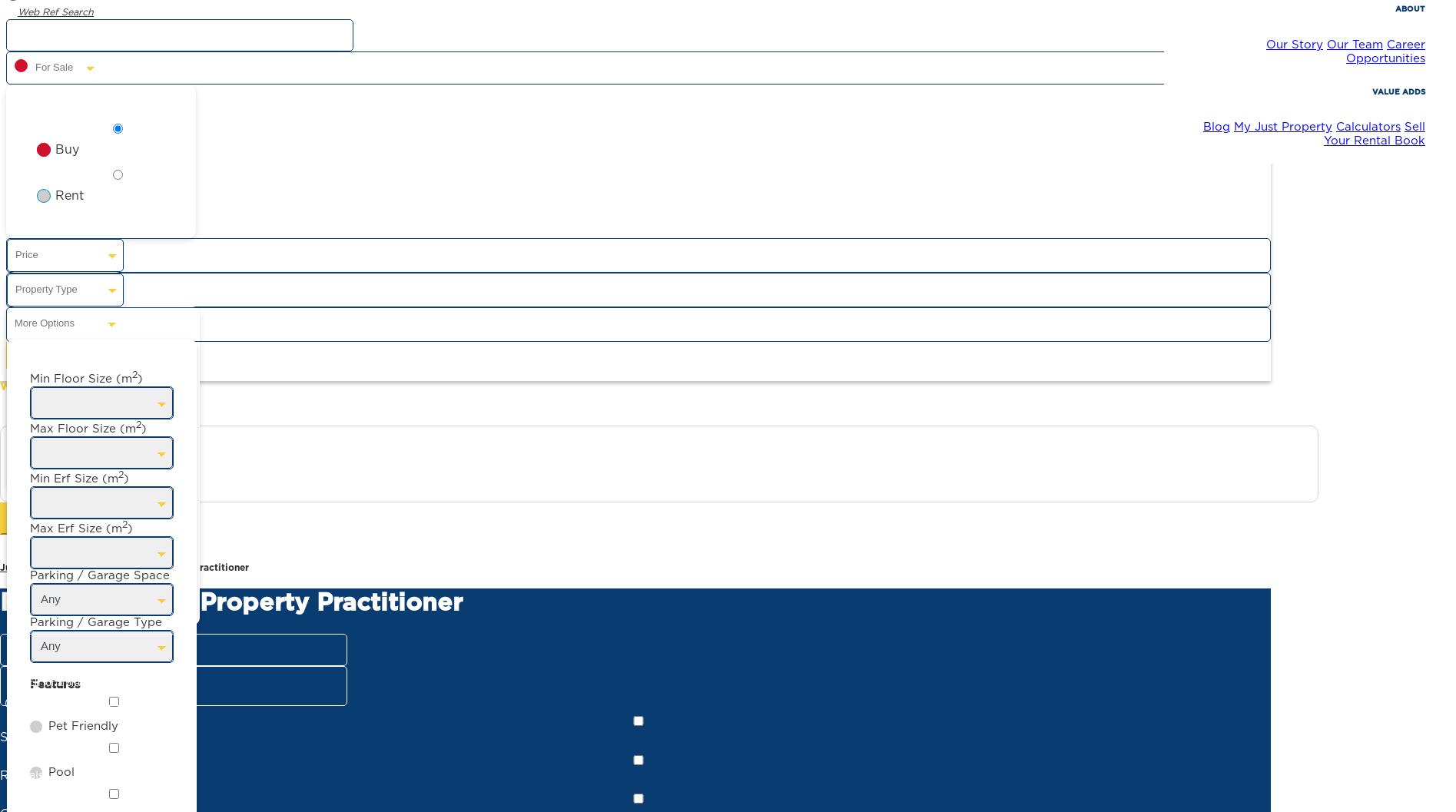 The width and height of the screenshot is (1456, 812). Describe the element at coordinates (55, 683) in the screenshot. I see `'Features'` at that location.